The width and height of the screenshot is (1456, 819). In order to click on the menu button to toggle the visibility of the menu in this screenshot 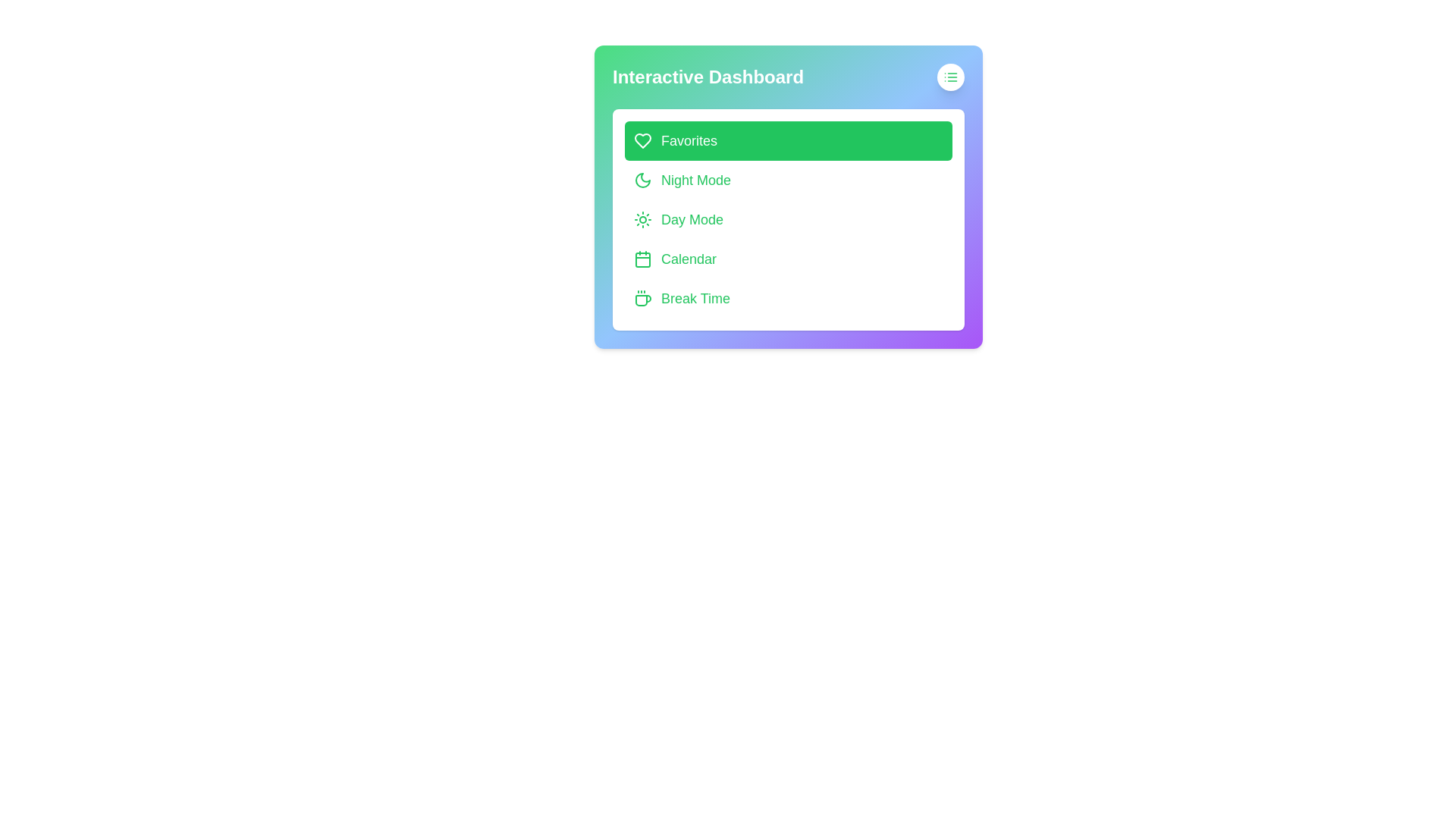, I will do `click(949, 77)`.